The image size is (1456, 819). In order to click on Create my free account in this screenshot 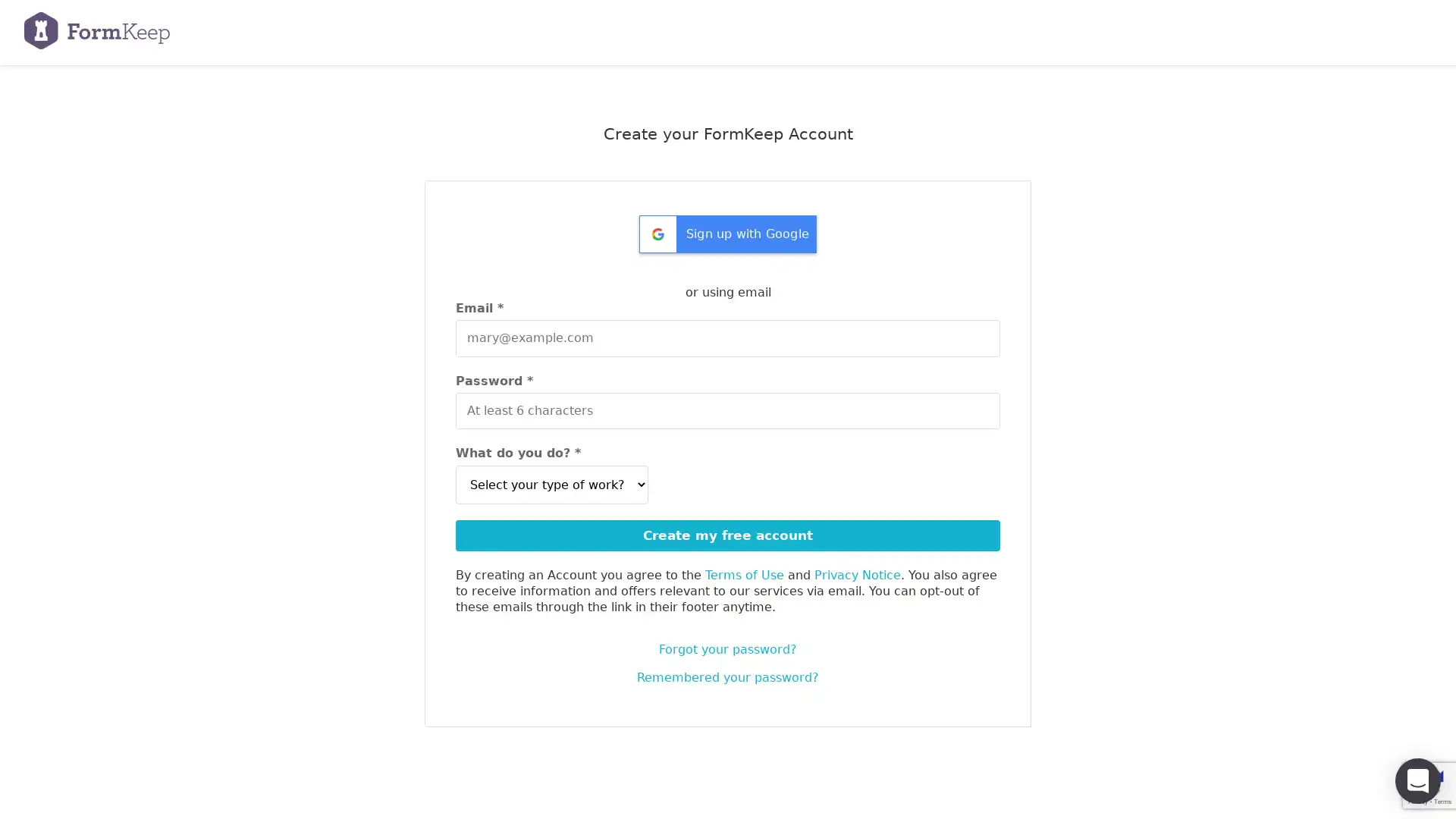, I will do `click(728, 534)`.